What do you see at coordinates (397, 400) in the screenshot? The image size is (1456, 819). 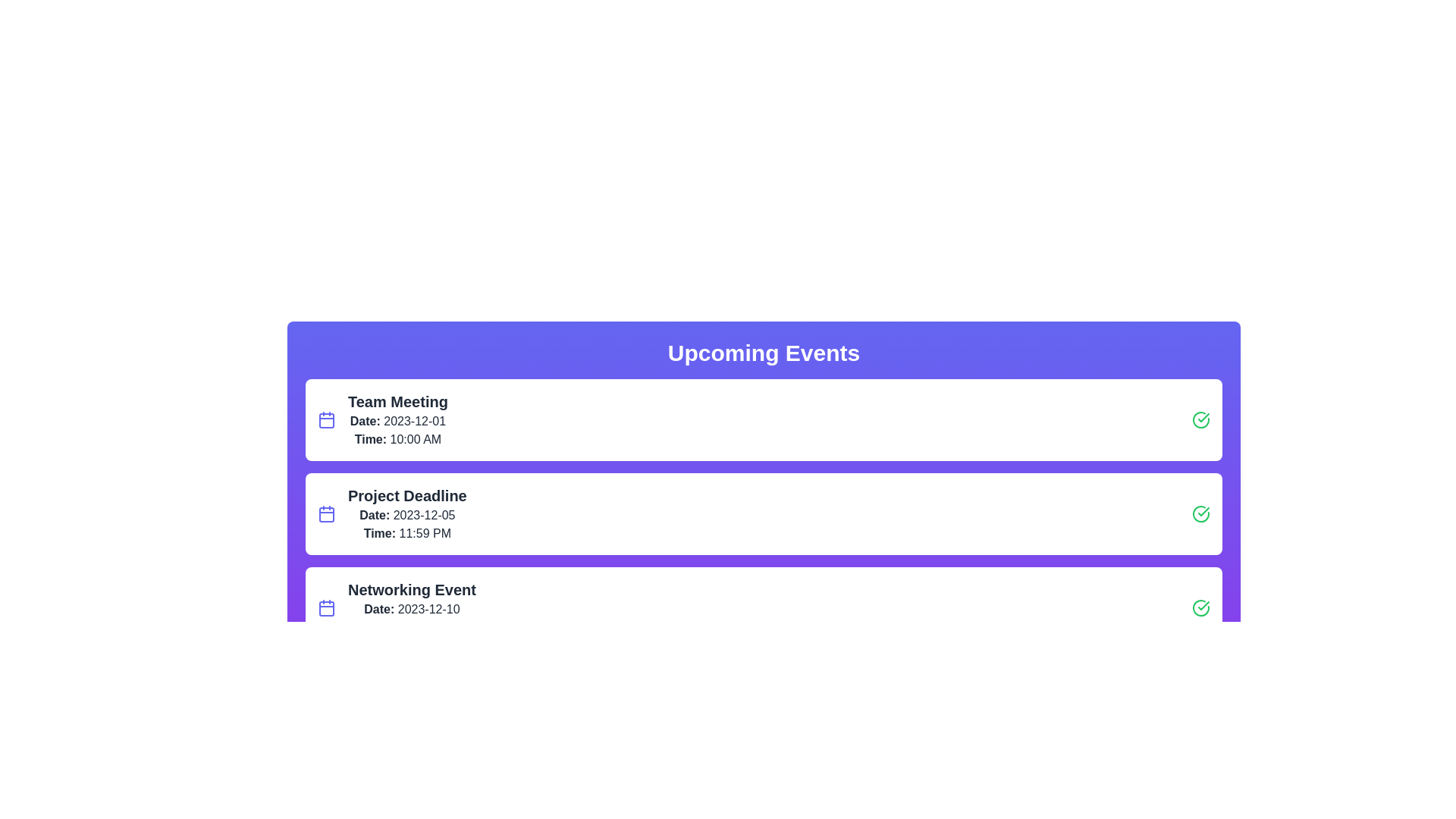 I see `the text label displaying 'Team Meeting' which is located at the top left corner of the content block in the 'Upcoming Events' section` at bounding box center [397, 400].